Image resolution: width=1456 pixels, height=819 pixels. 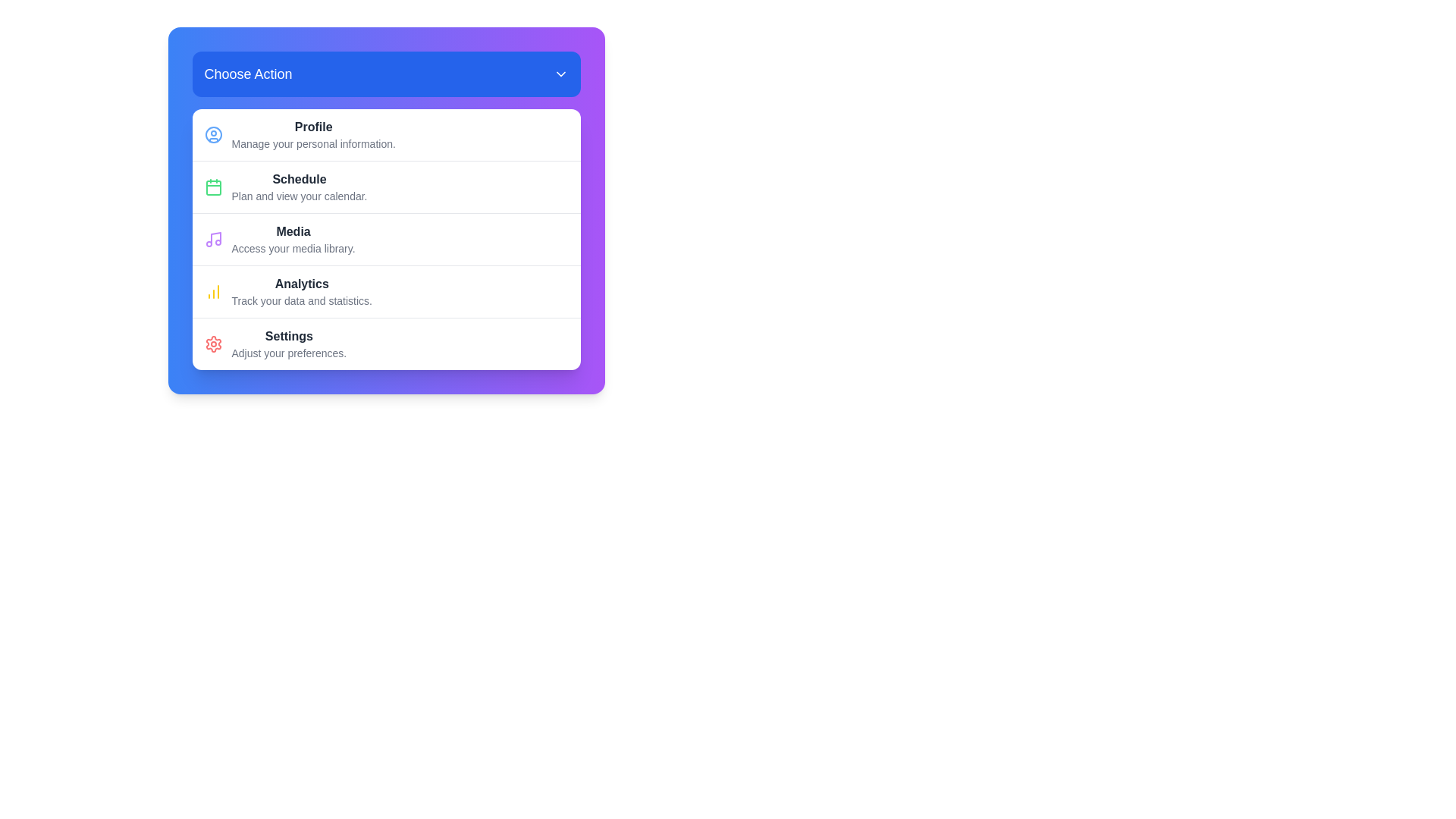 What do you see at coordinates (212, 186) in the screenshot?
I see `the calendar icon located on the second row under 'Choose Action', to the left of the 'Schedule' label` at bounding box center [212, 186].